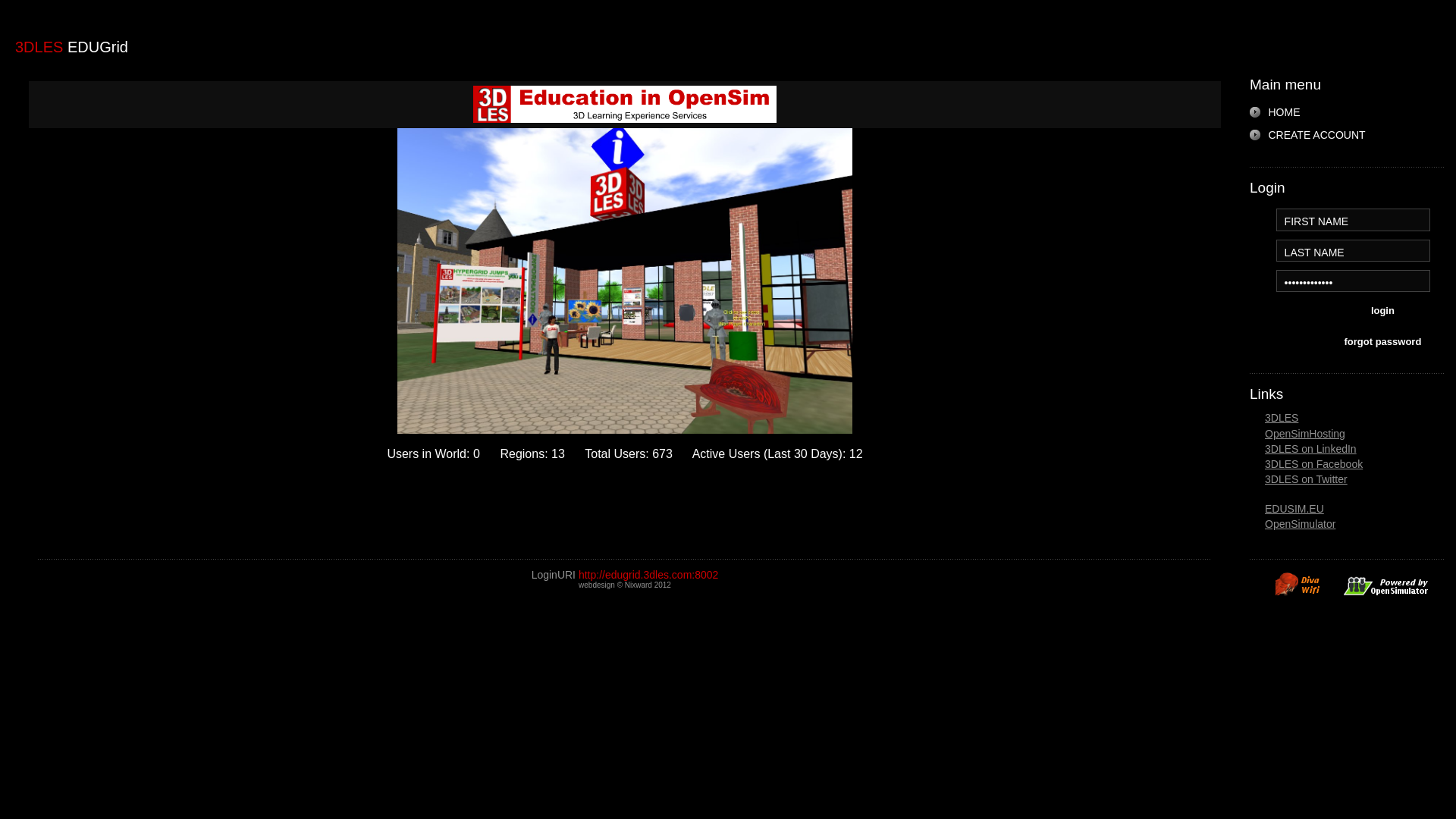 Image resolution: width=1456 pixels, height=819 pixels. I want to click on 'forgot password', so click(1382, 344).